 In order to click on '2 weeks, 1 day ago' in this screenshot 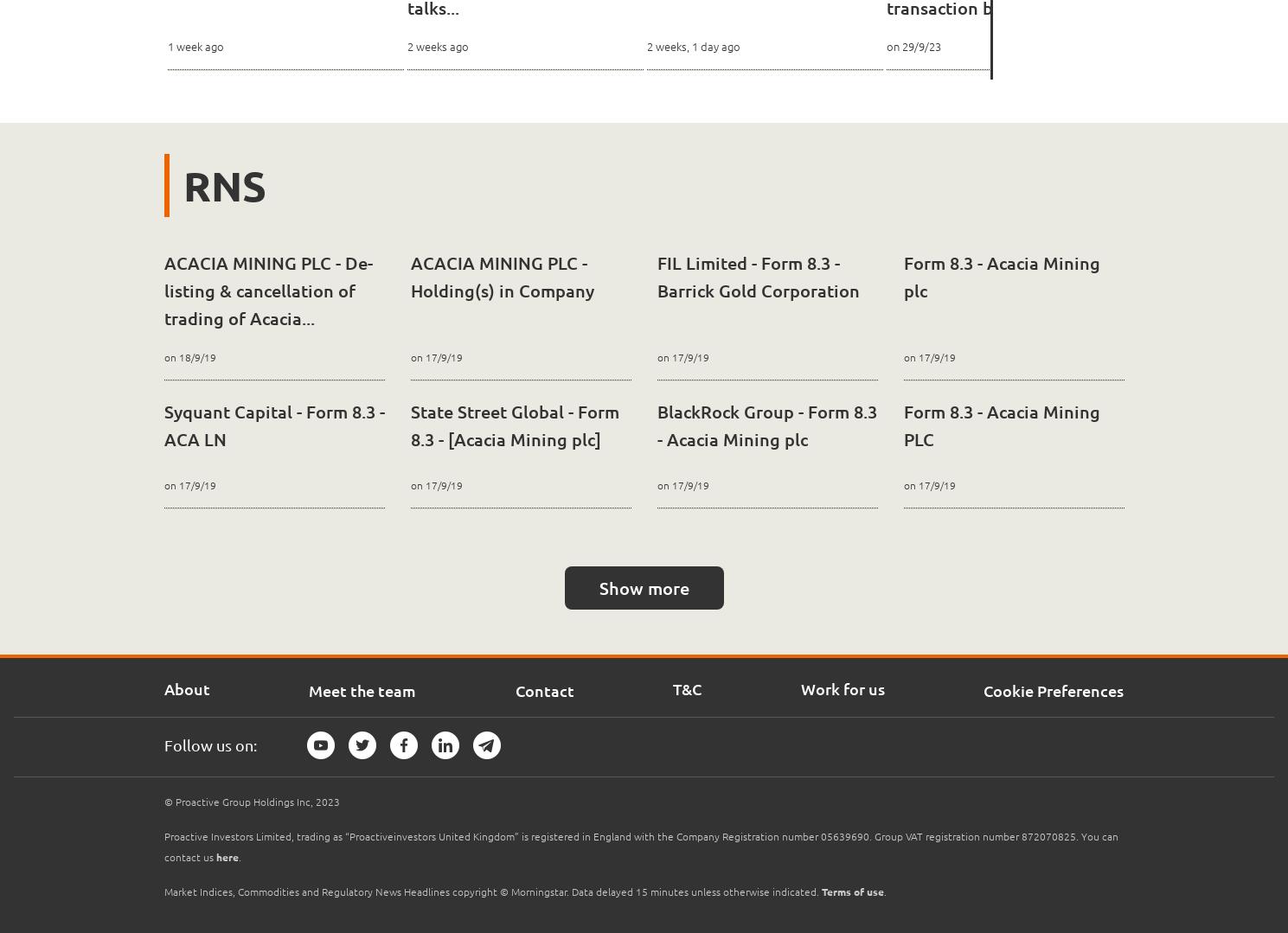, I will do `click(692, 45)`.